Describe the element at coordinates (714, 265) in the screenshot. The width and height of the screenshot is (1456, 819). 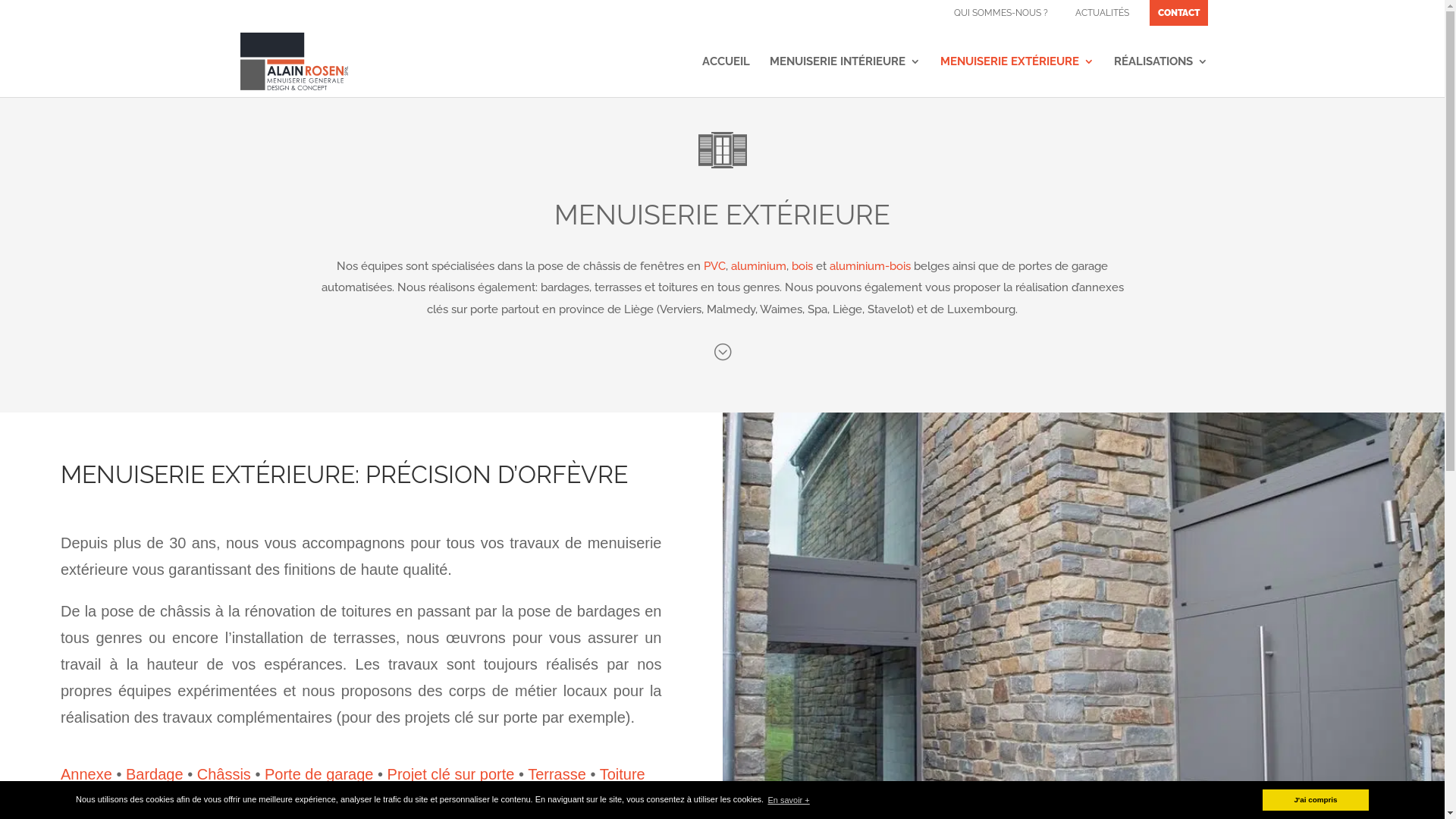
I see `'PVC'` at that location.